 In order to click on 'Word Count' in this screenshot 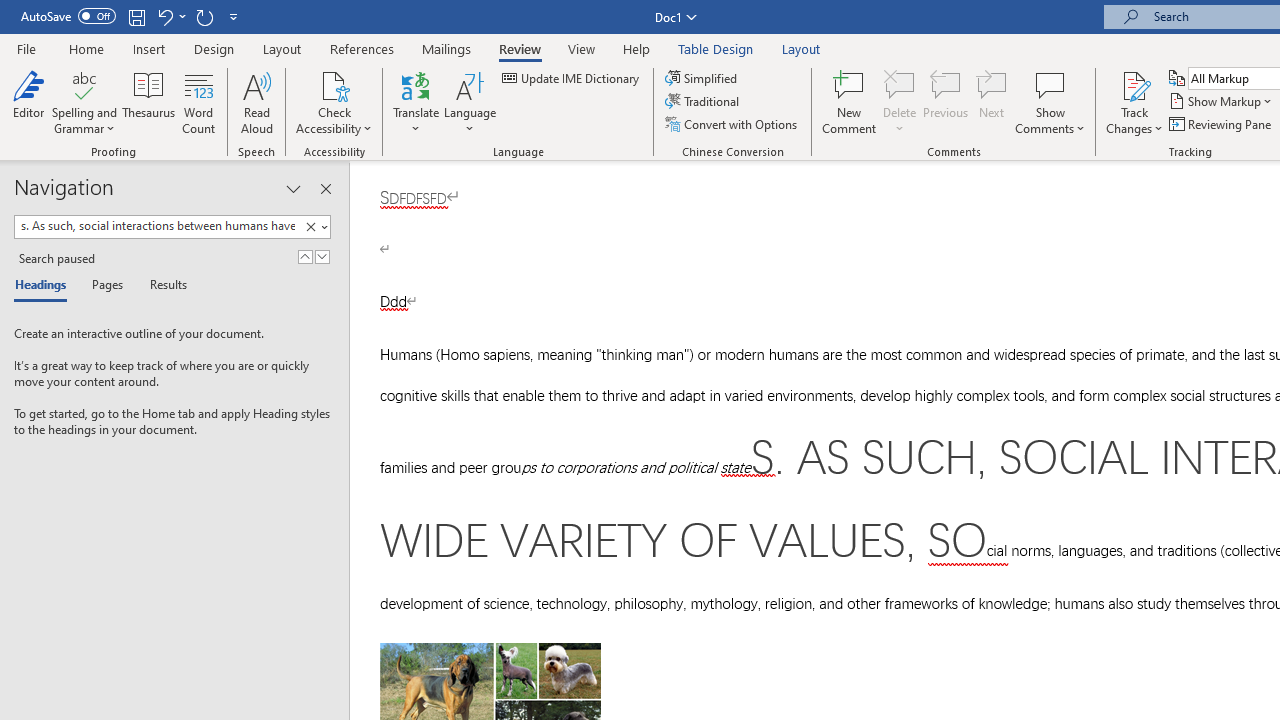, I will do `click(199, 103)`.